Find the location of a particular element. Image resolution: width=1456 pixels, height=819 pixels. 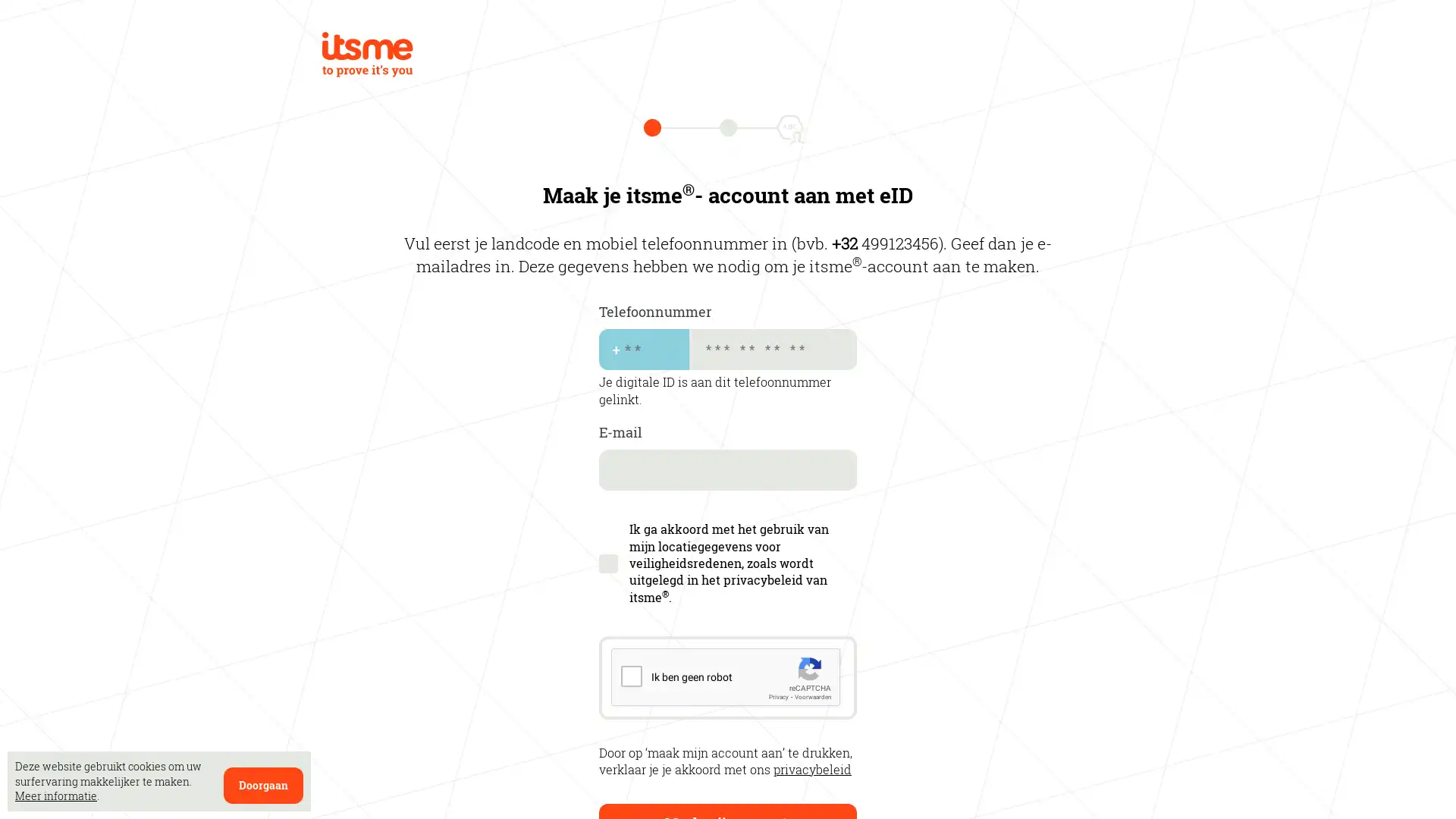

Doorgaan is located at coordinates (263, 785).